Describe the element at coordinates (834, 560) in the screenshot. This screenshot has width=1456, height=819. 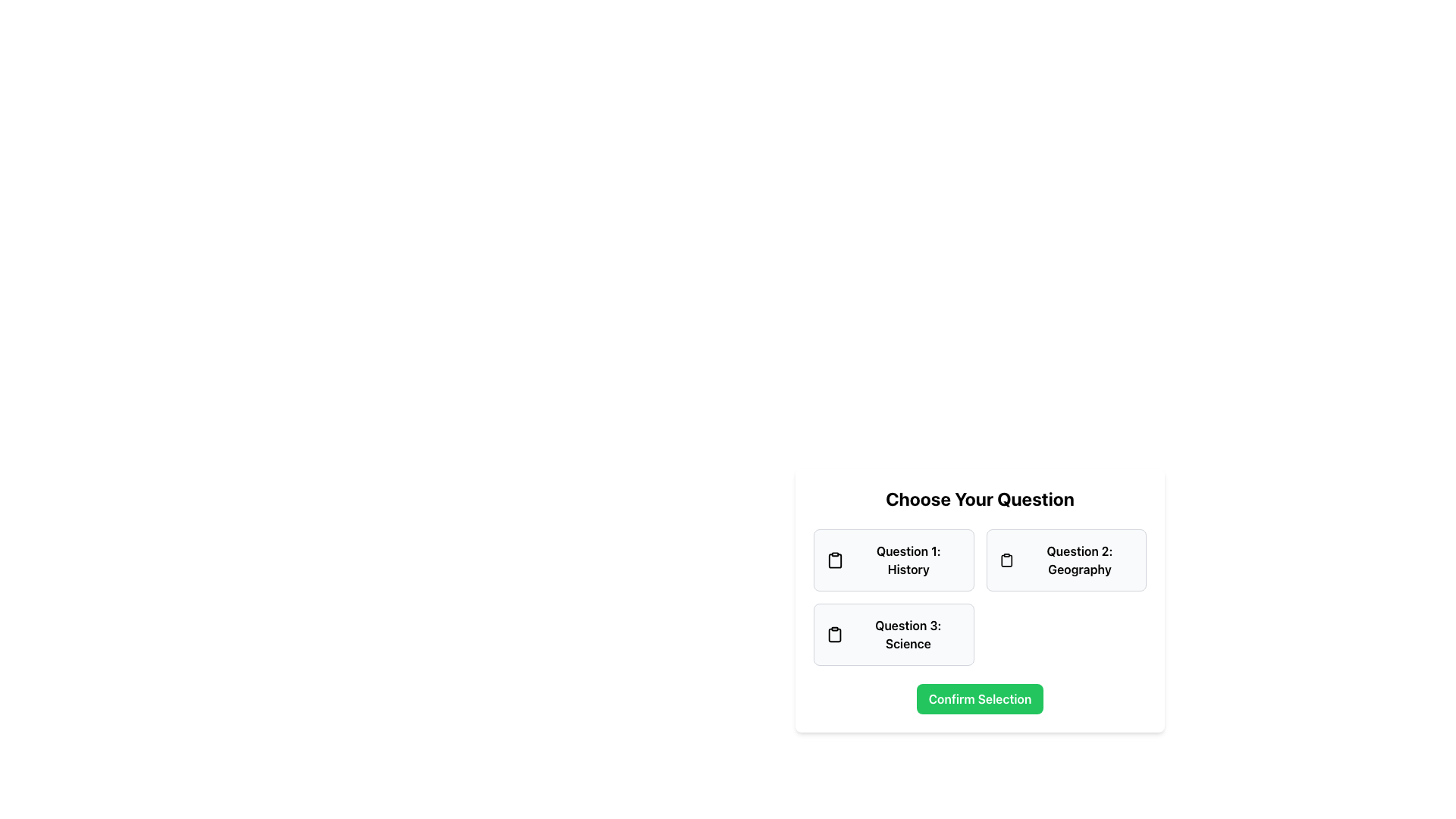
I see `the clipboard icon, which is part of the 'Question 1: History' card, located on the left side of the card with rounded corners and two horizontal lines at the top` at that location.